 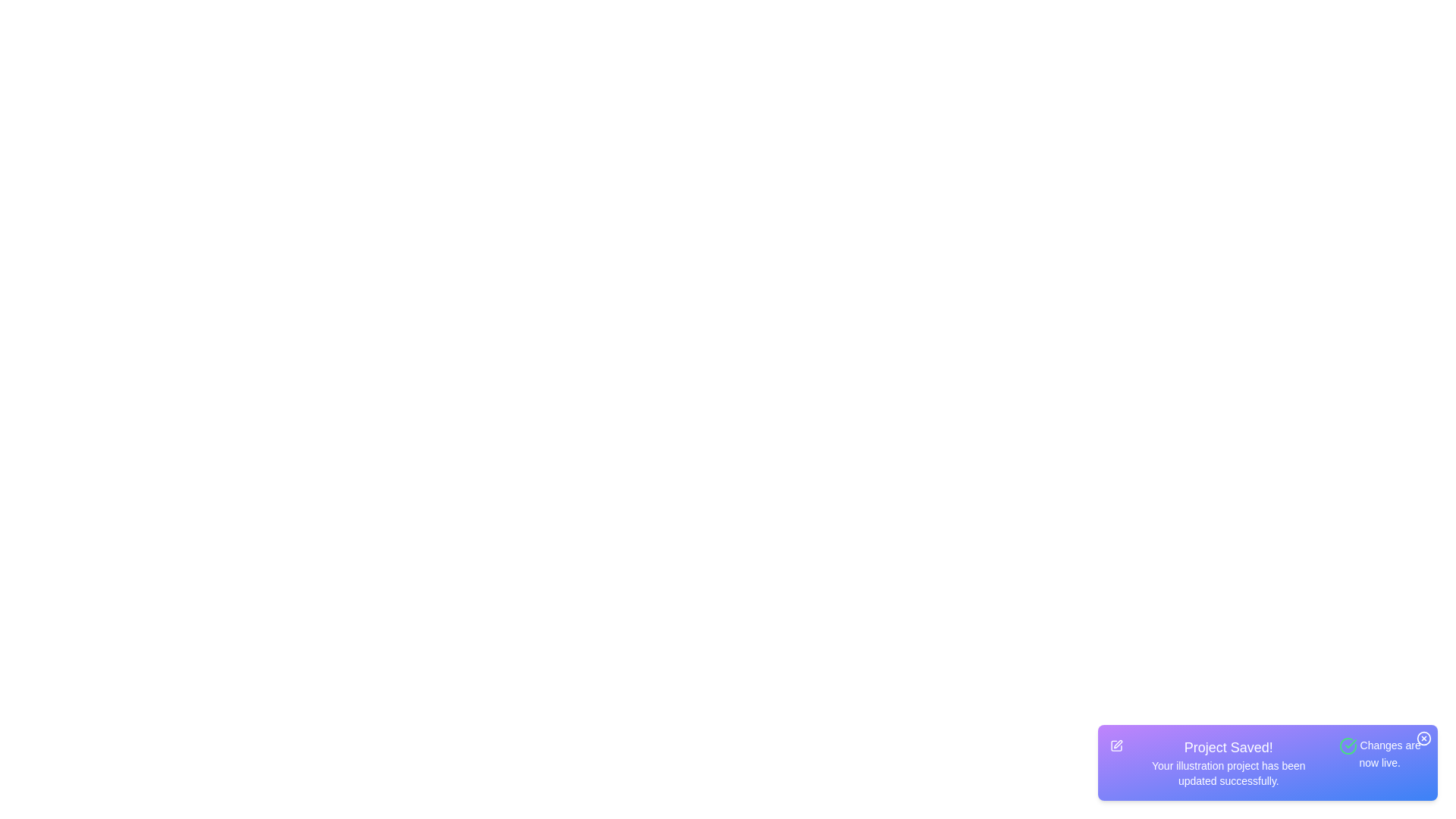 I want to click on the notification area to acknowledge its content, so click(x=1267, y=763).